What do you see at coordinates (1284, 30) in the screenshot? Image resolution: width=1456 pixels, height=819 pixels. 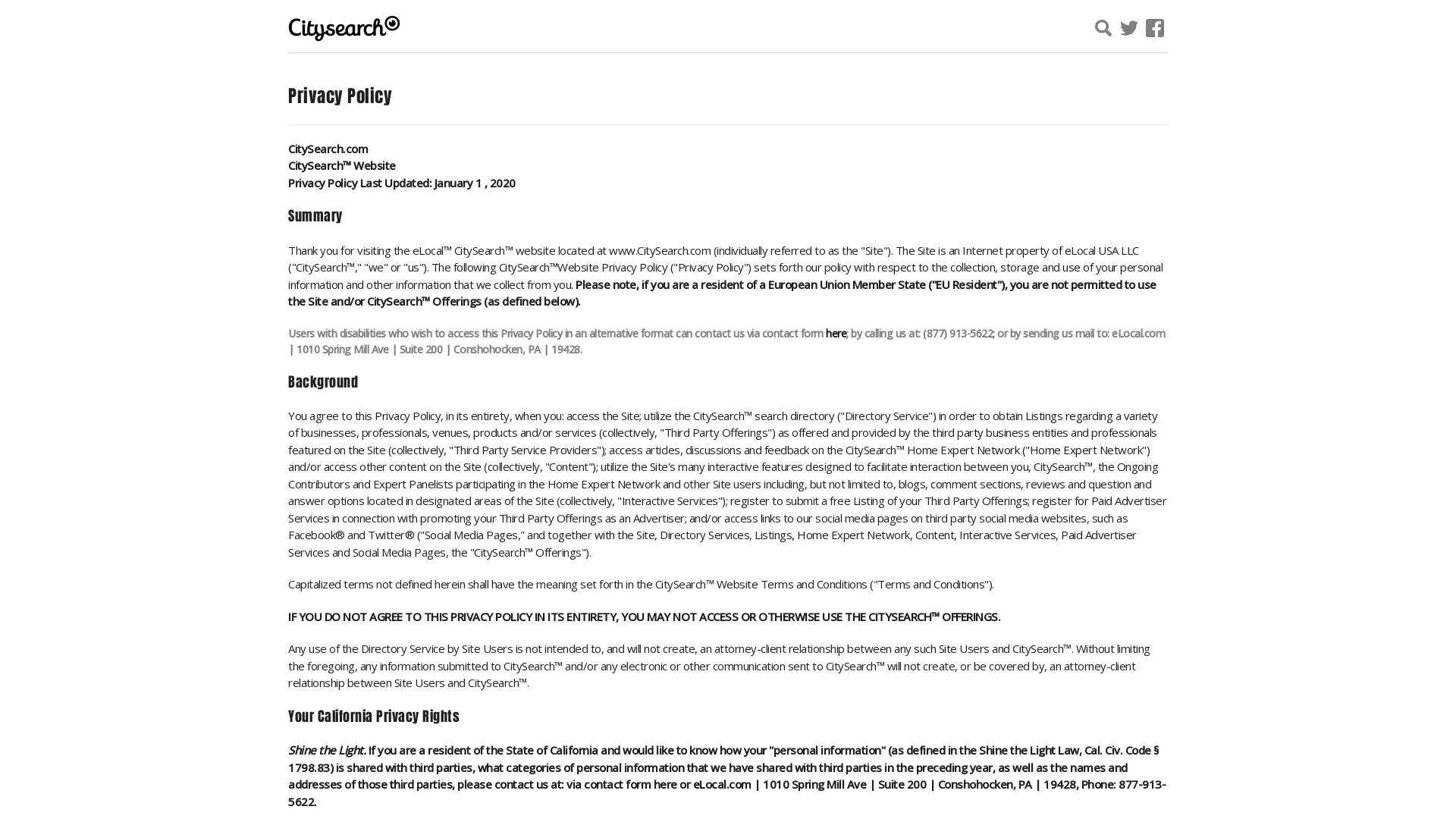 I see `Search` at bounding box center [1284, 30].